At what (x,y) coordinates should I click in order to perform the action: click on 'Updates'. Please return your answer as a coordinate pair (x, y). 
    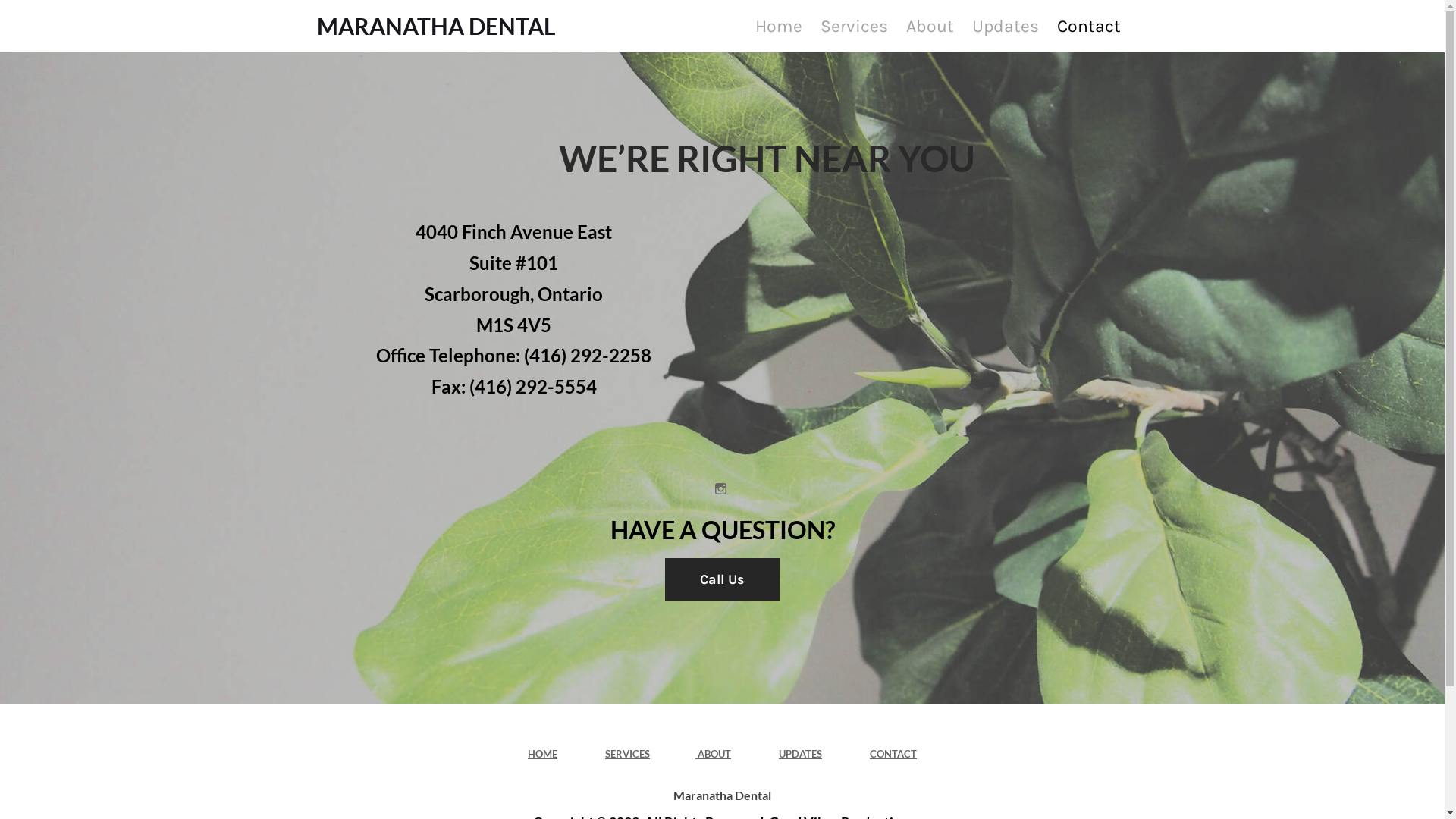
    Looking at the image, I should click on (1004, 26).